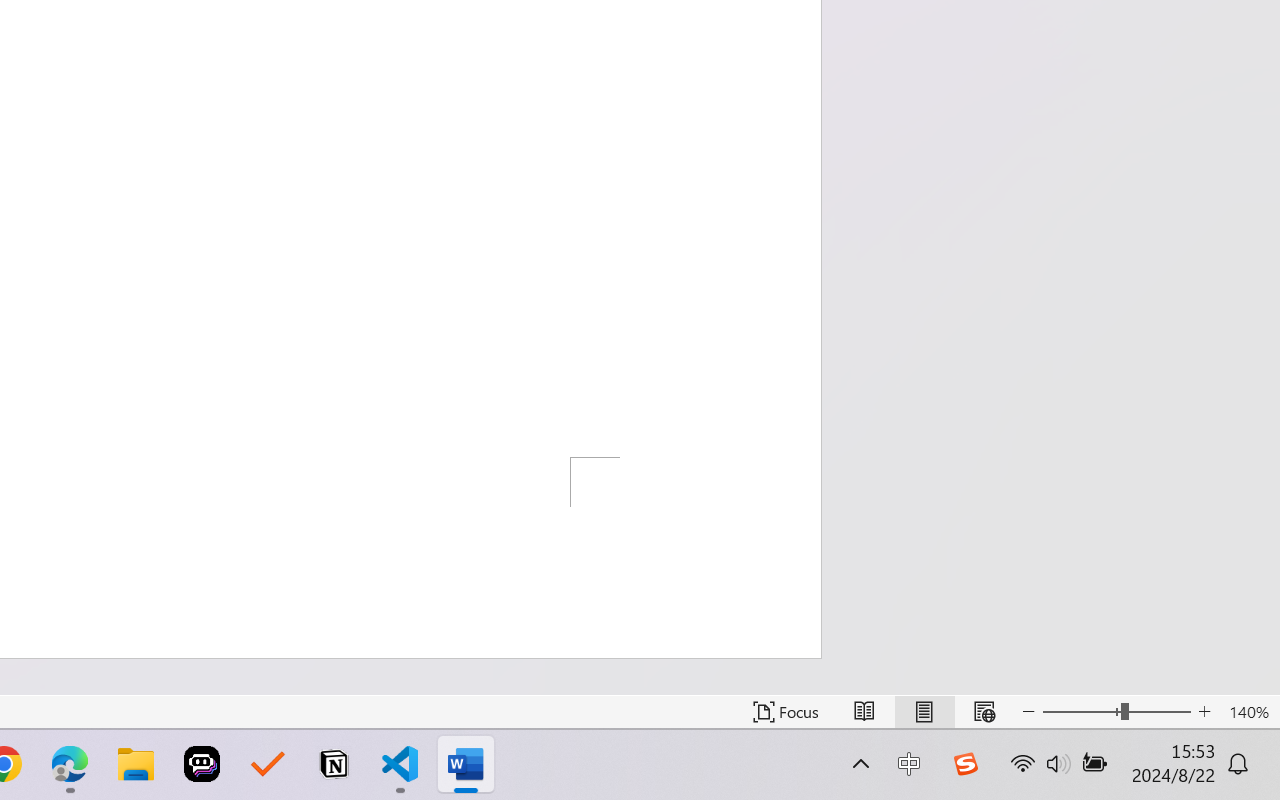  Describe the element at coordinates (785, 711) in the screenshot. I see `'Focus '` at that location.